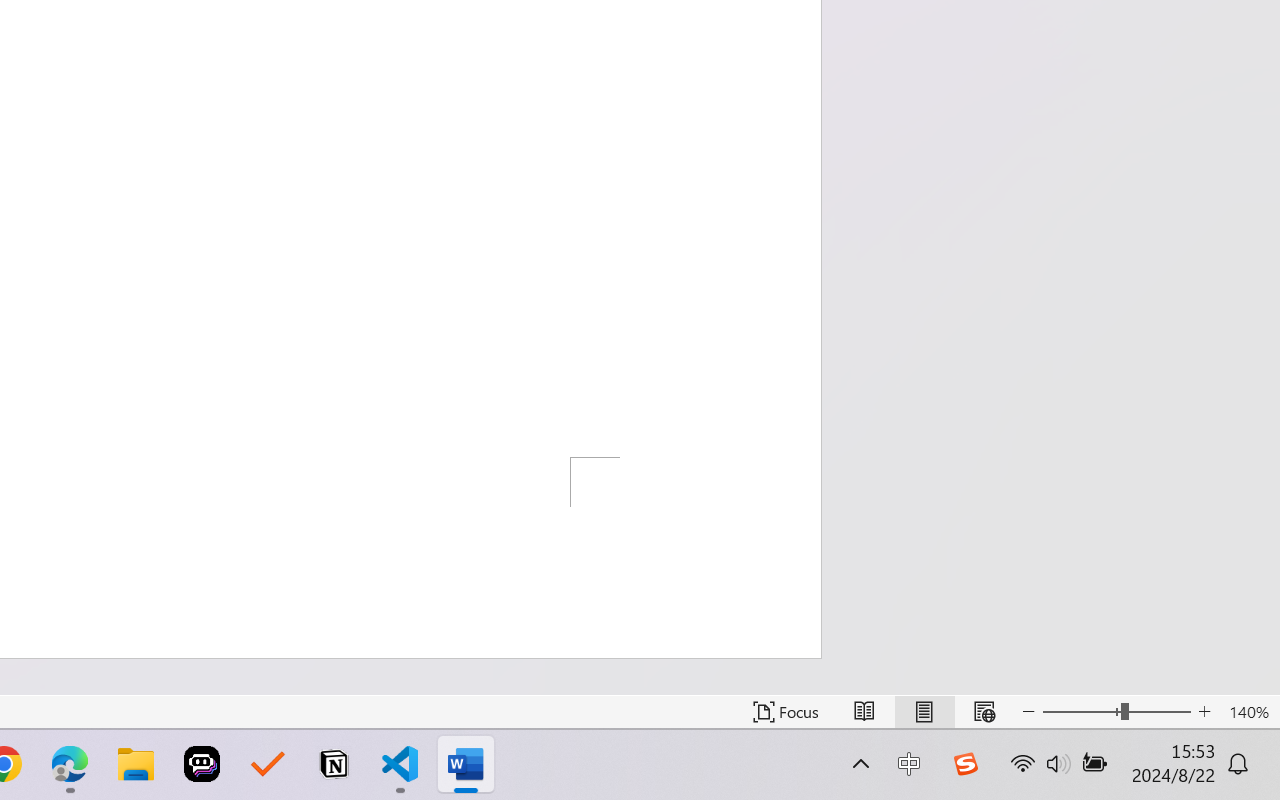  Describe the element at coordinates (785, 711) in the screenshot. I see `'Focus '` at that location.